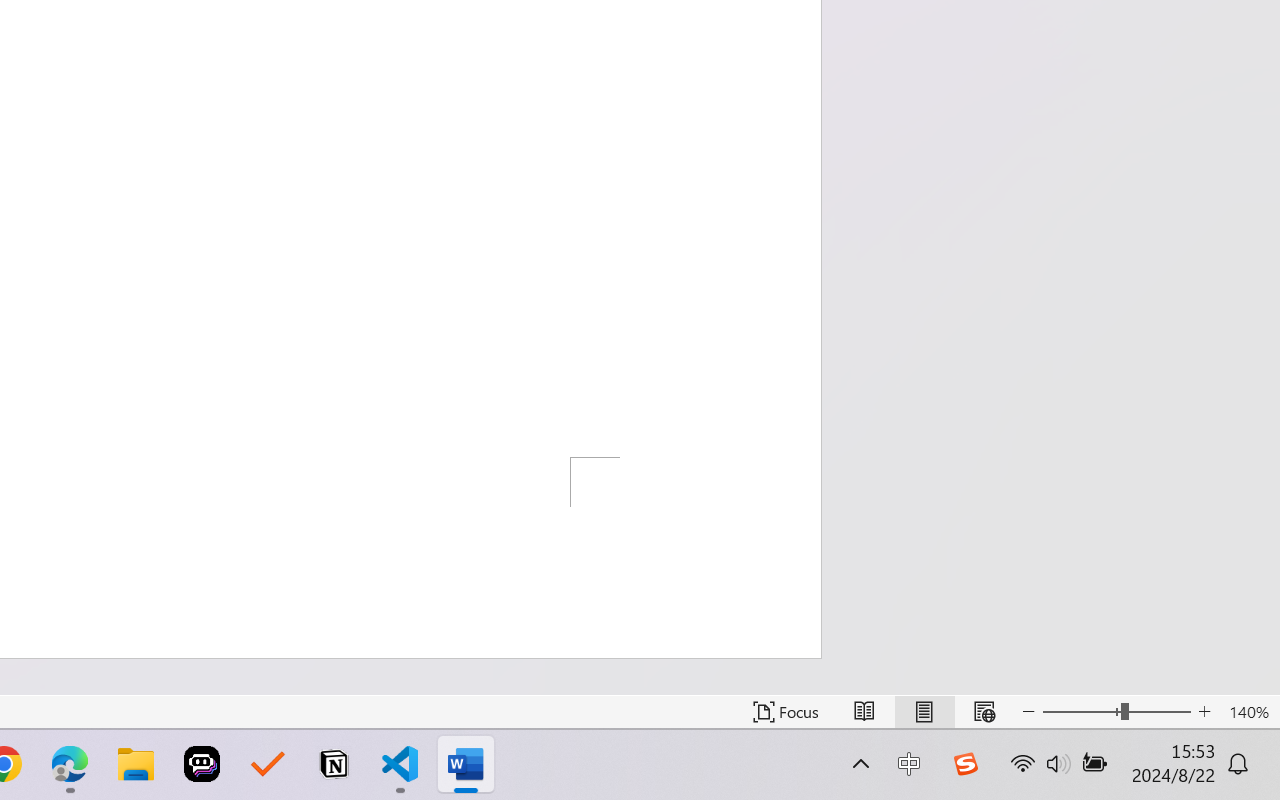  Describe the element at coordinates (785, 711) in the screenshot. I see `'Focus '` at that location.